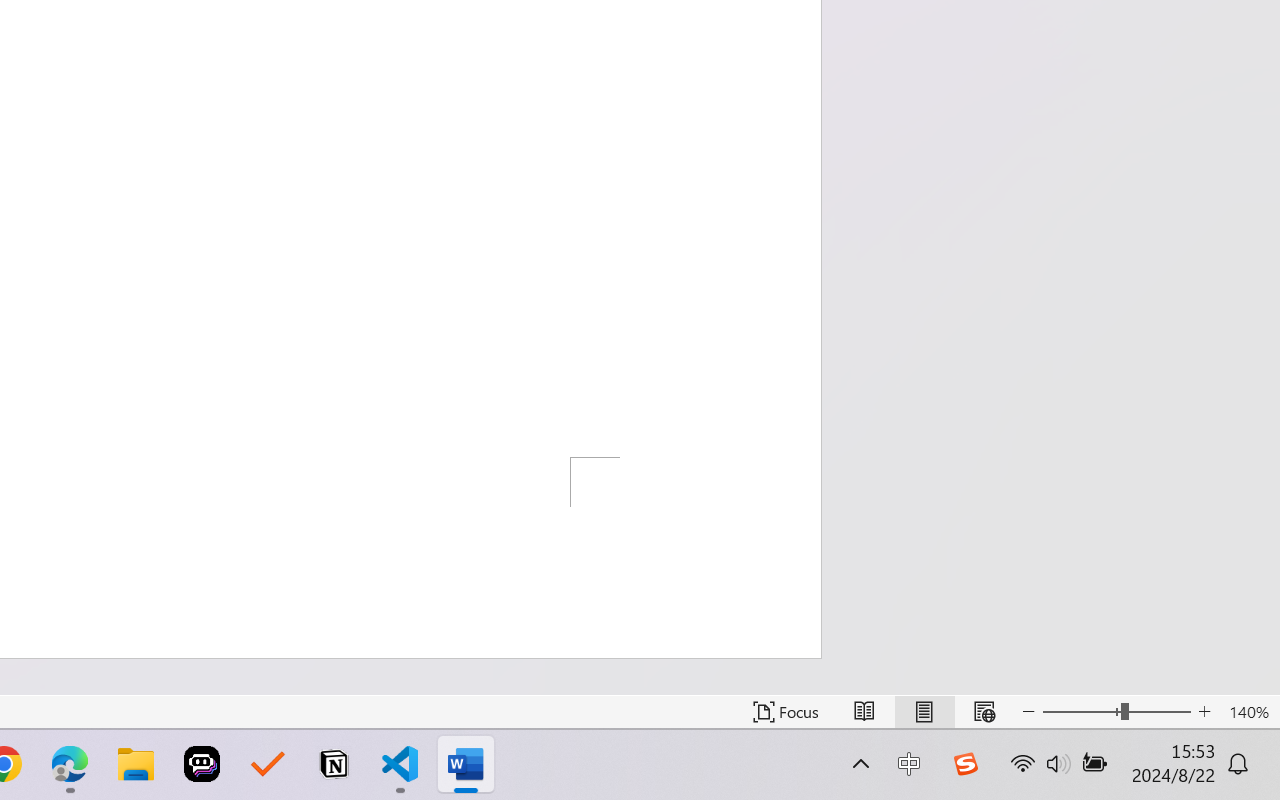  Describe the element at coordinates (785, 711) in the screenshot. I see `'Focus '` at that location.